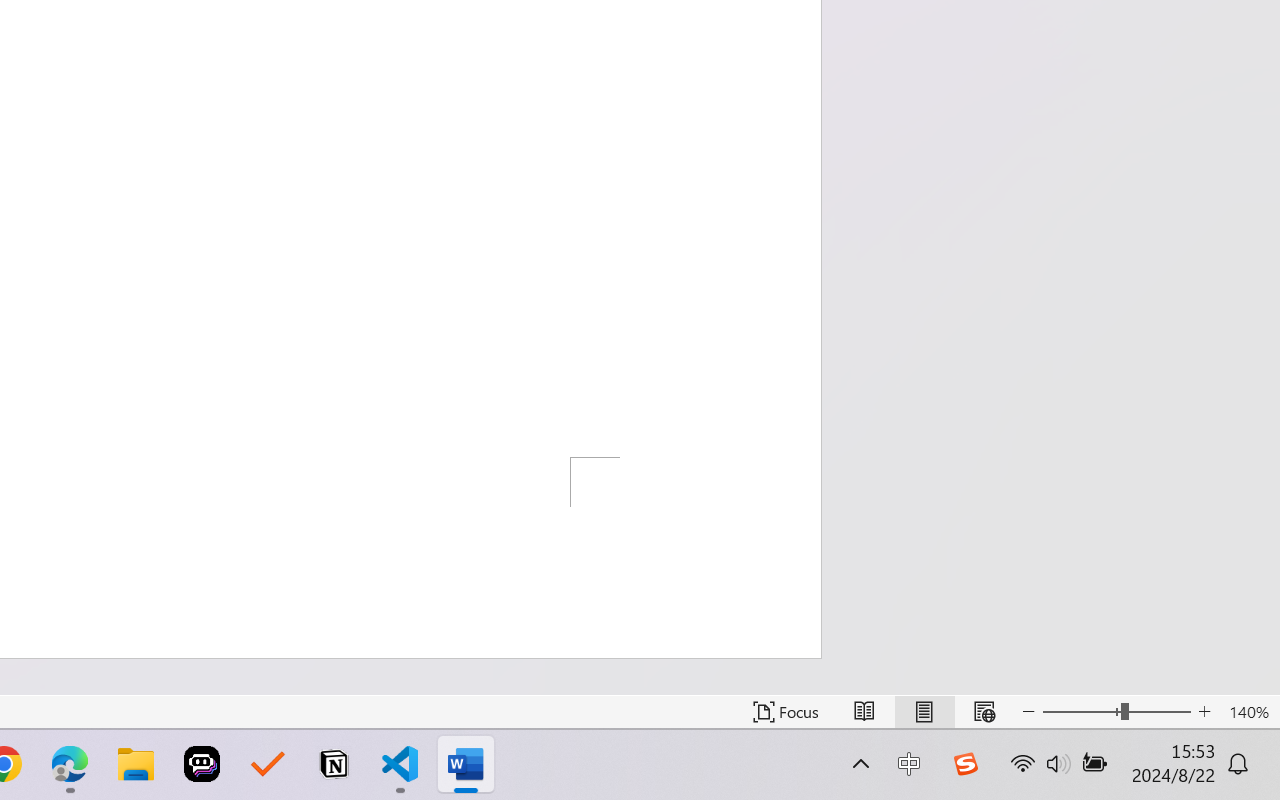  Describe the element at coordinates (785, 711) in the screenshot. I see `'Focus '` at that location.